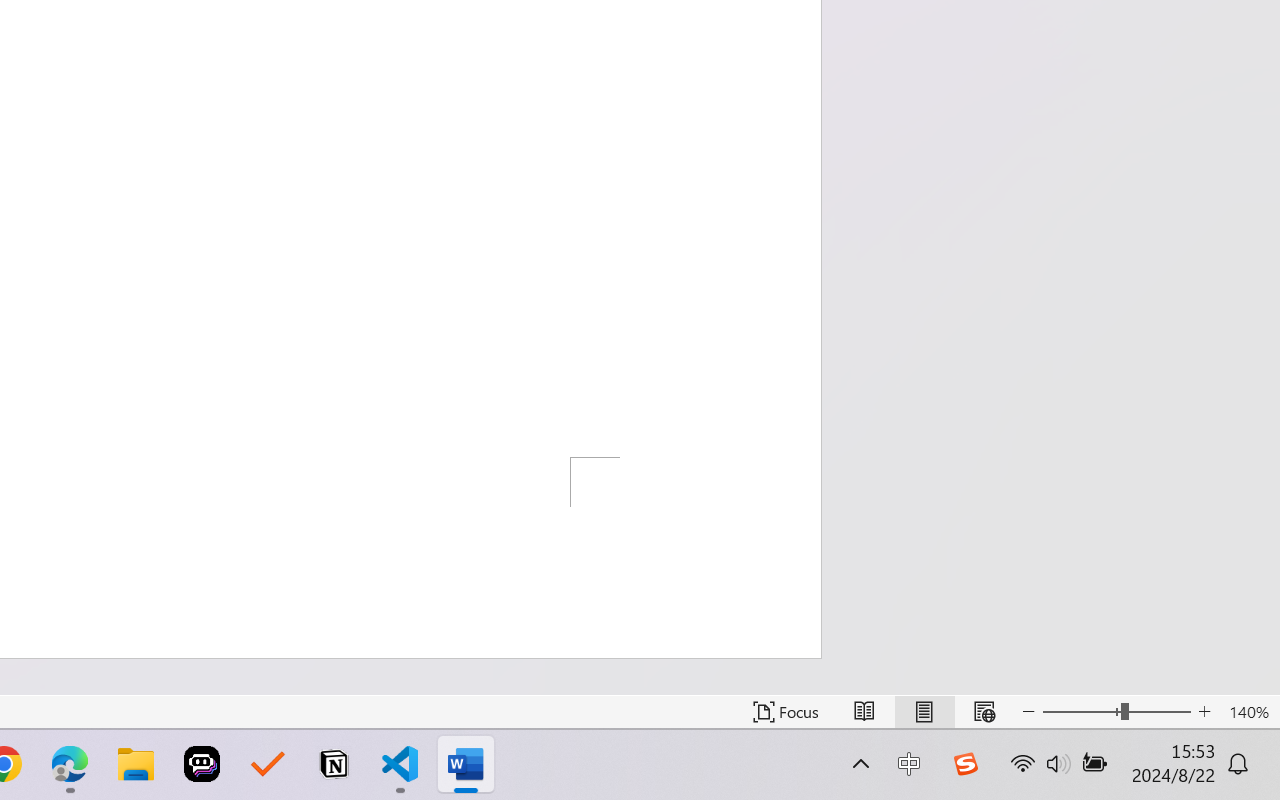  Describe the element at coordinates (785, 711) in the screenshot. I see `'Focus '` at that location.